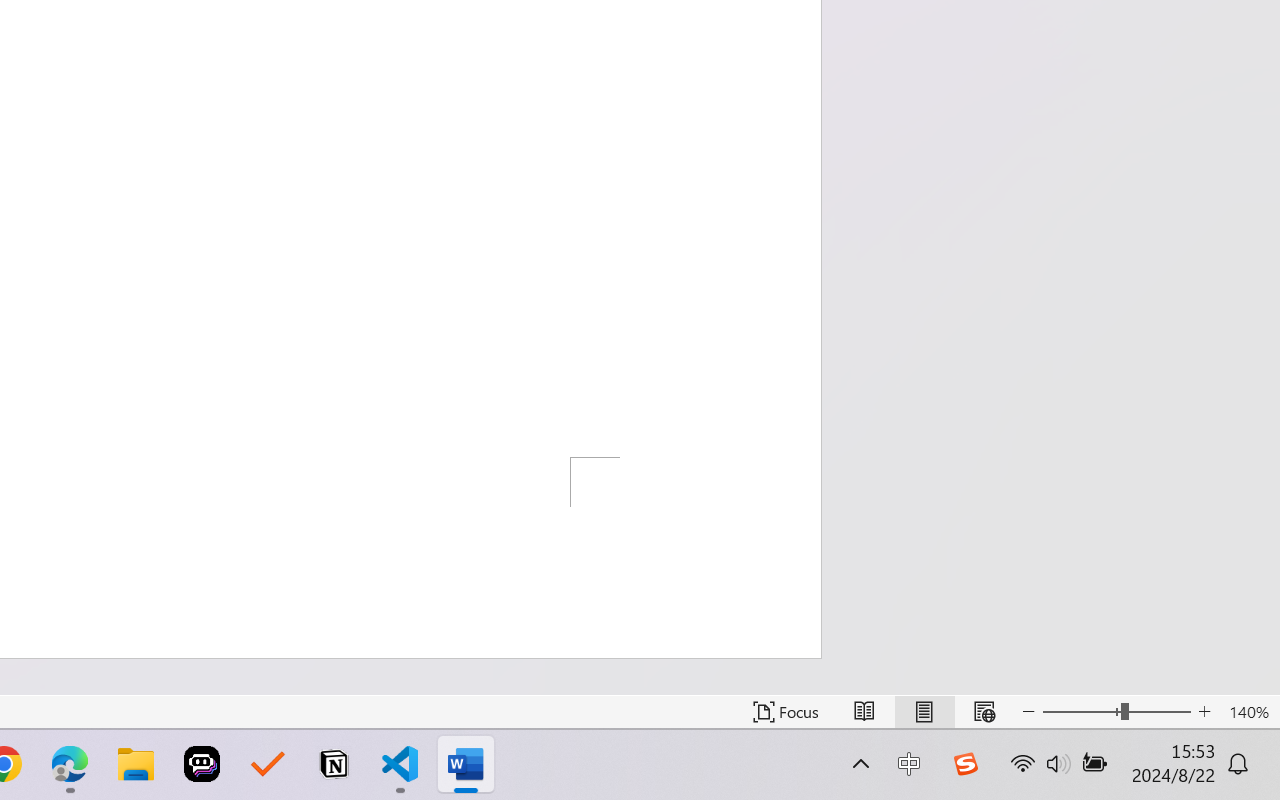  Describe the element at coordinates (785, 711) in the screenshot. I see `'Focus '` at that location.